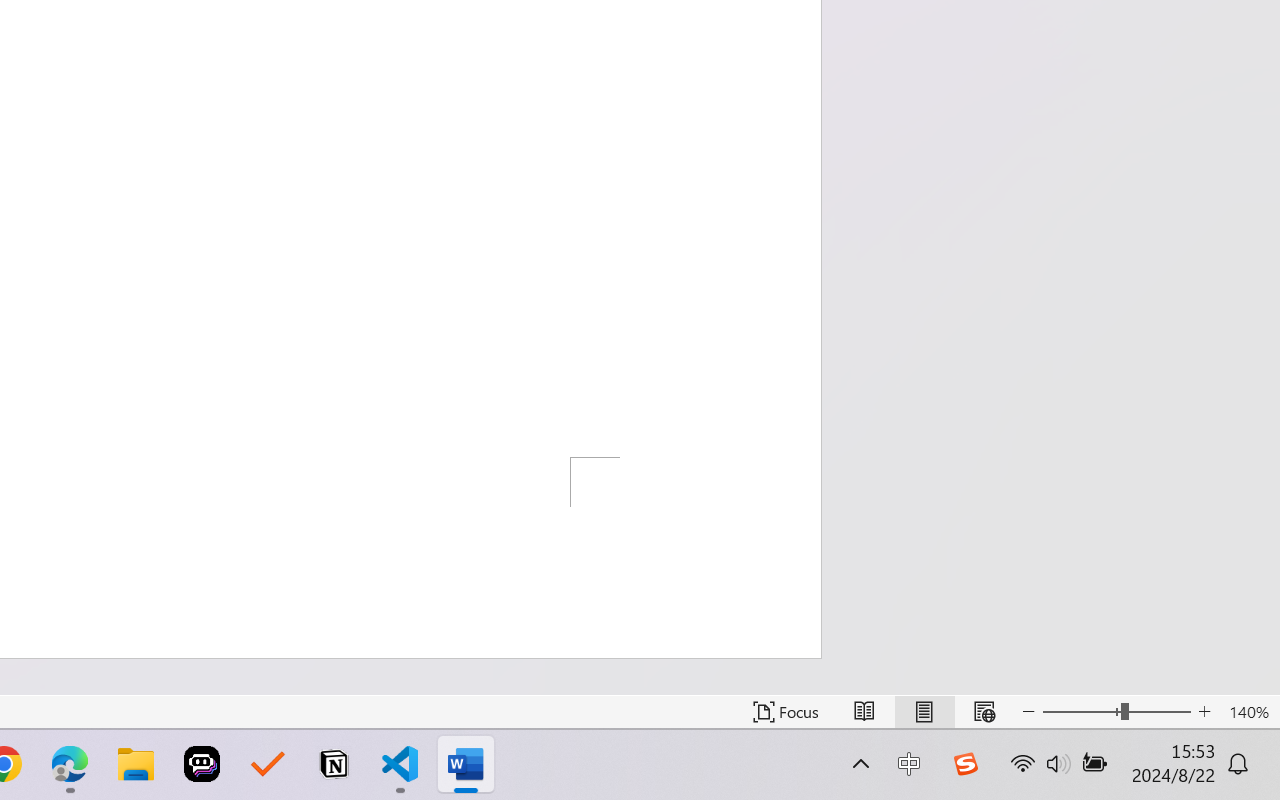  Describe the element at coordinates (785, 711) in the screenshot. I see `'Focus '` at that location.